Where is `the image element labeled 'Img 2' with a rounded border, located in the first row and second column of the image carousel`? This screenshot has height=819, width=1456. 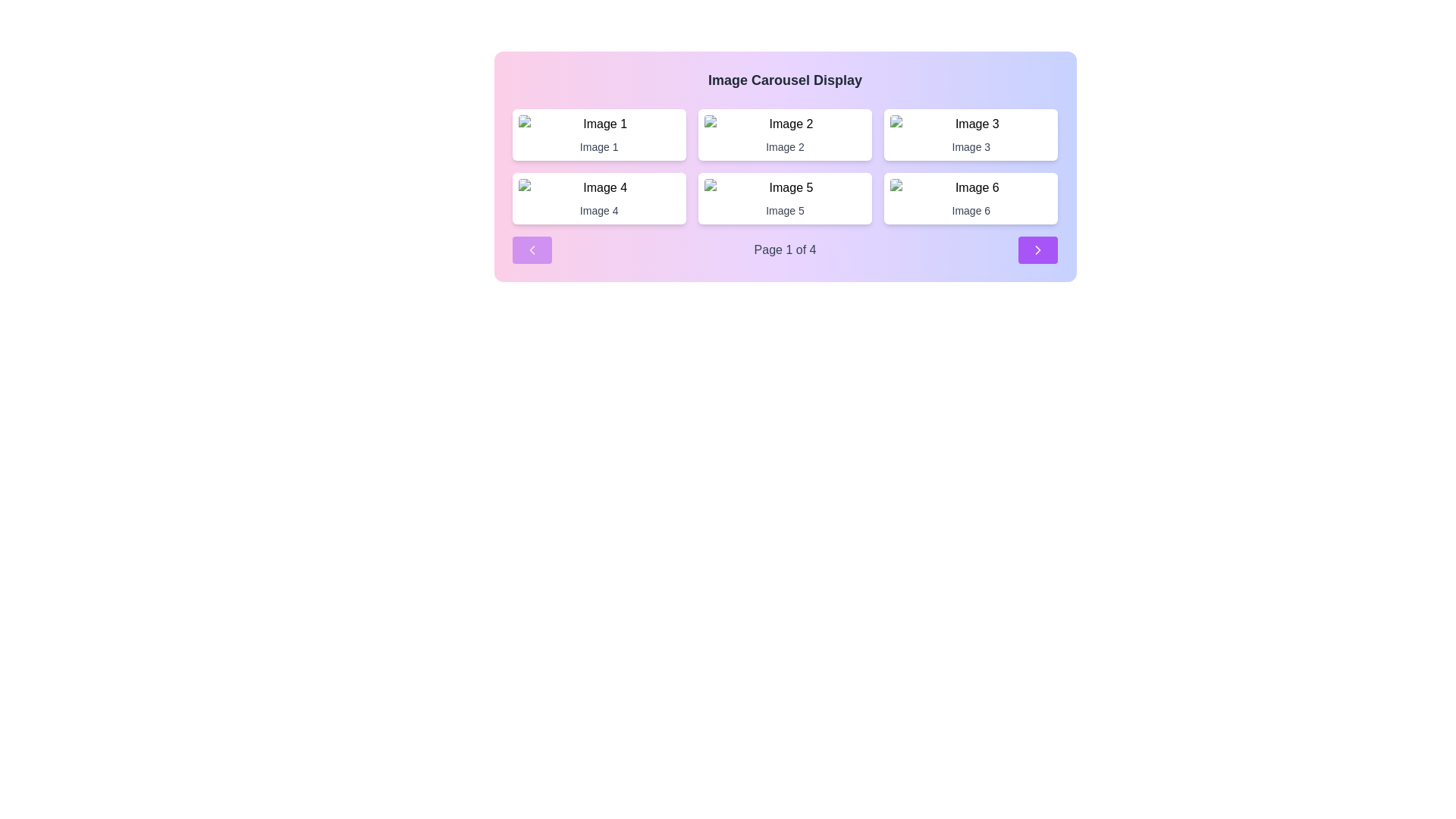 the image element labeled 'Img 2' with a rounded border, located in the first row and second column of the image carousel is located at coordinates (785, 124).